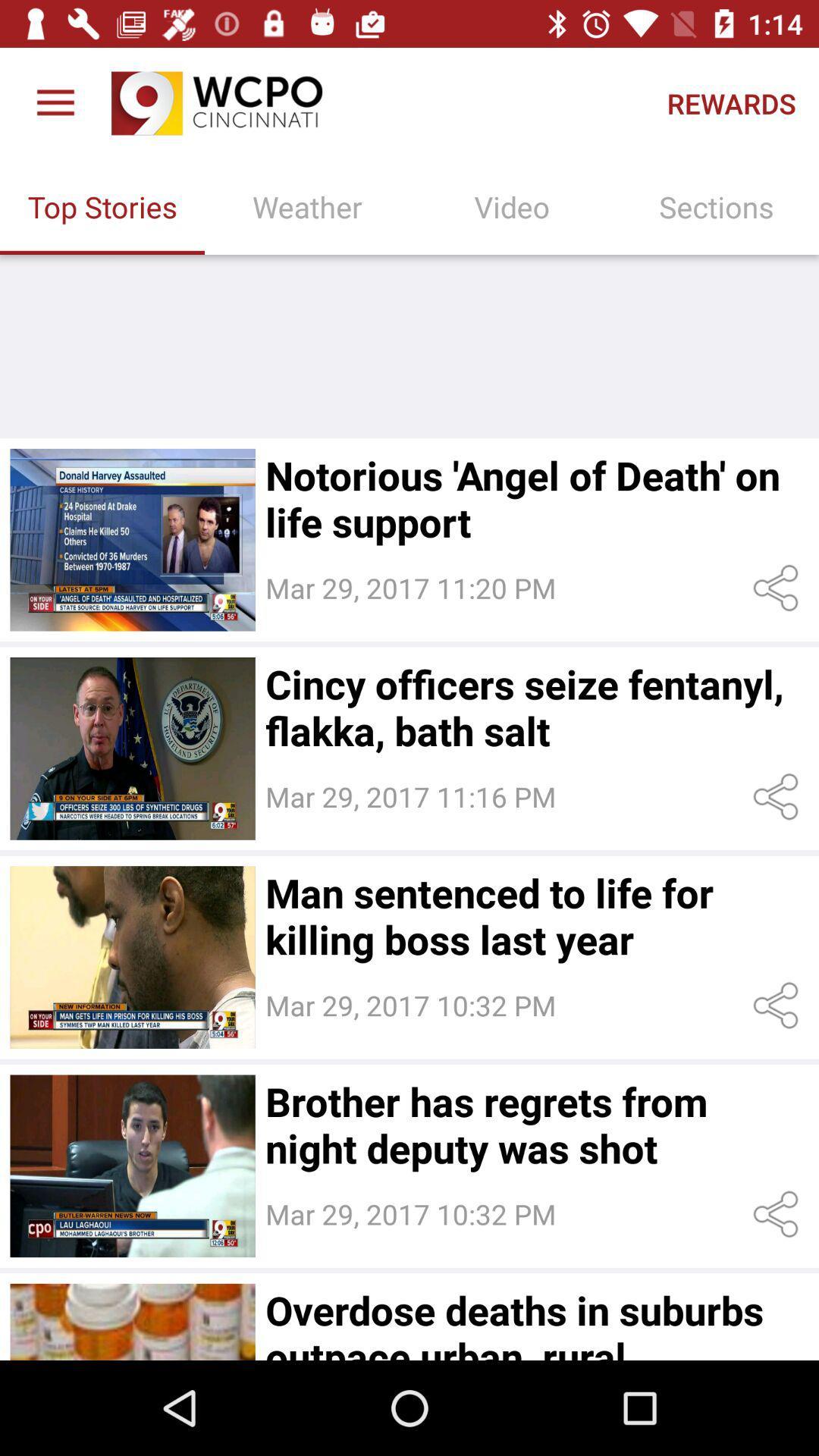 The height and width of the screenshot is (1456, 819). I want to click on share this, so click(779, 796).